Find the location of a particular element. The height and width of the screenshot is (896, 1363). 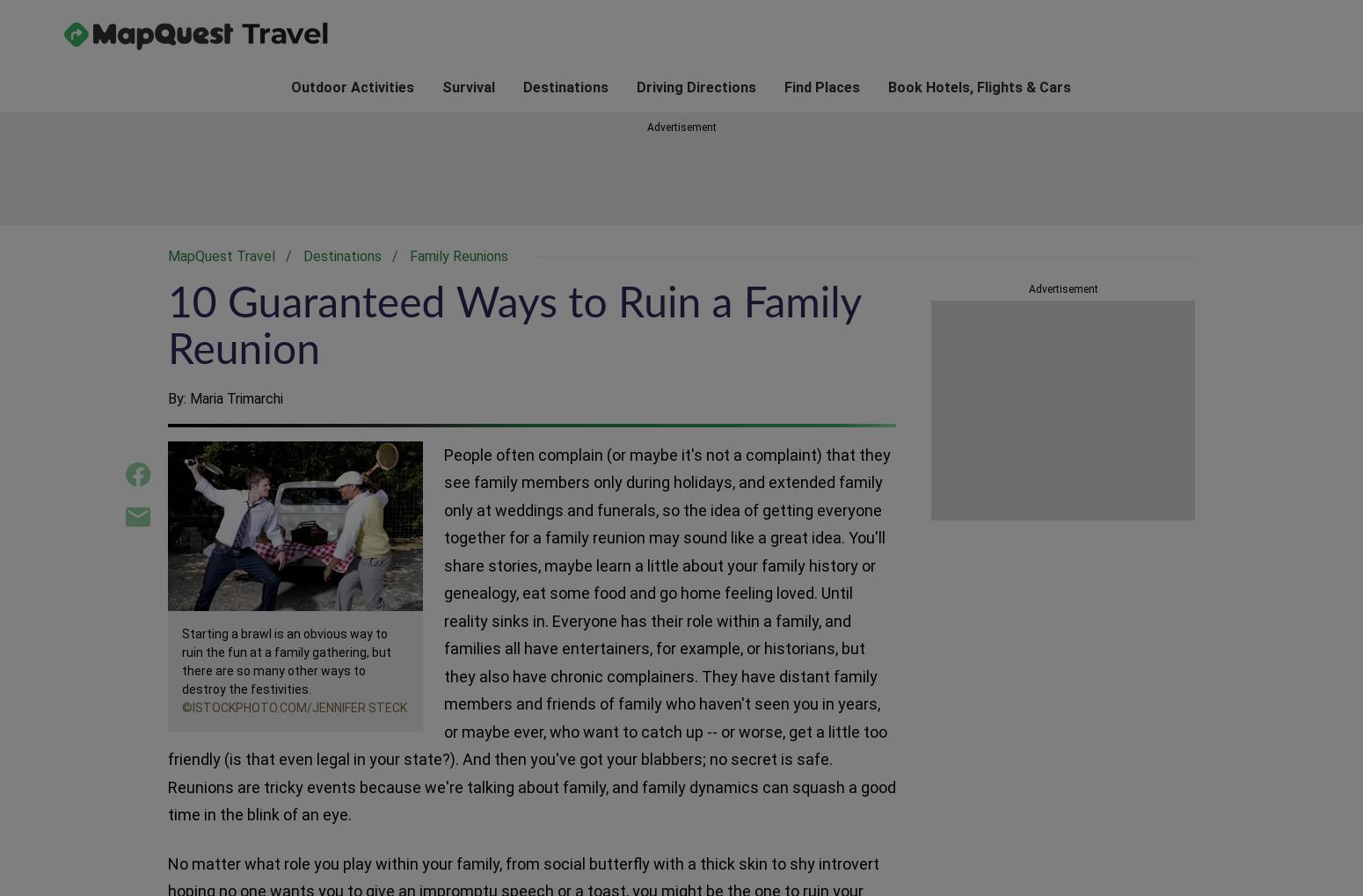

'People often complain (or maybe it's not a complaint) that they see family members only during holidays, and extended family only at weddings and funerals, so the idea of getting everyone together for a family reunion may sound like a great idea. You'll share stories, maybe learn a little about your family history or genealogy, eat some food and go home feeling loved. Until reality sinks in. Everyone has their role within a family, and families all have entertainers, for example, or historians, but they also have chronic complainers. They have distant family members and friends of family who haven't seen you in years, or maybe ever, who want to catch up -- or worse, get a little too friendly (is that even legal in your state?). And then you've got your blabbers; no secret is safe. Reunions are tricky events because we're talking about family, and family dynamics can squash a good time in the blink of an eye.' is located at coordinates (531, 634).